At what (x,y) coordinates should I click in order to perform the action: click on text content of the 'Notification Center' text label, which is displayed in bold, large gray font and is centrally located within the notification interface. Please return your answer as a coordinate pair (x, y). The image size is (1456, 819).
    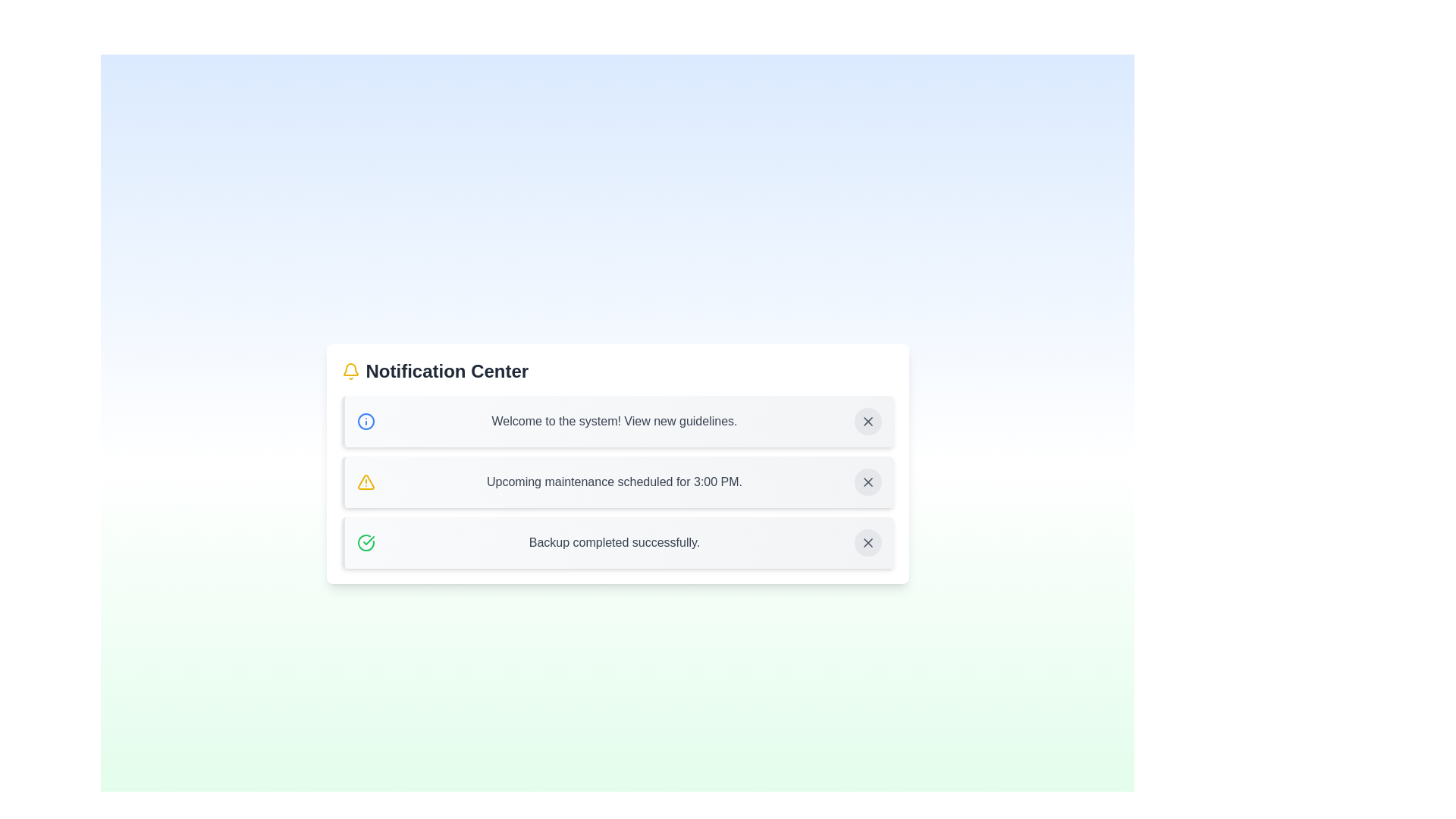
    Looking at the image, I should click on (446, 371).